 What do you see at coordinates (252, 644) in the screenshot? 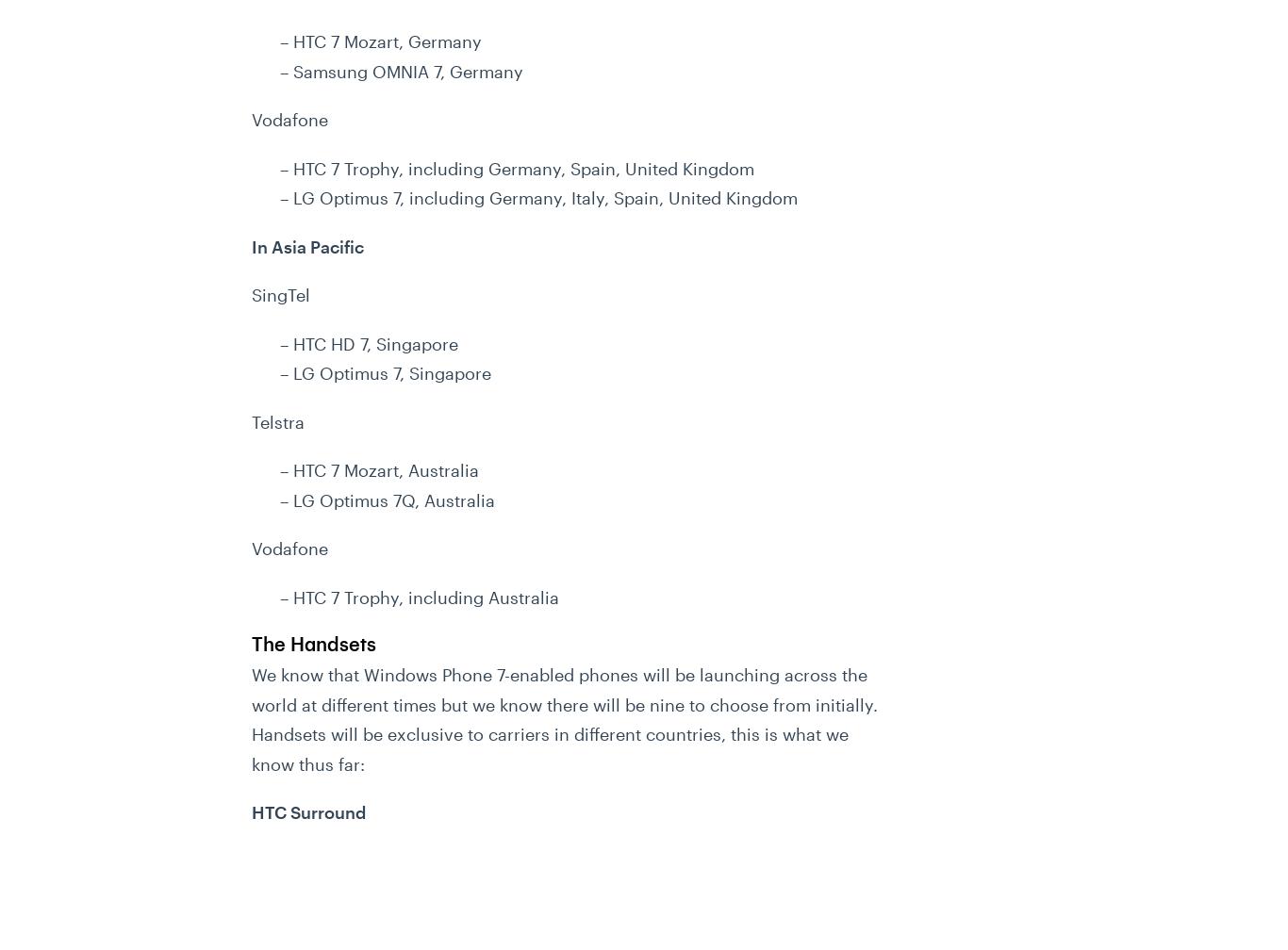
I see `'The Handsets'` at bounding box center [252, 644].